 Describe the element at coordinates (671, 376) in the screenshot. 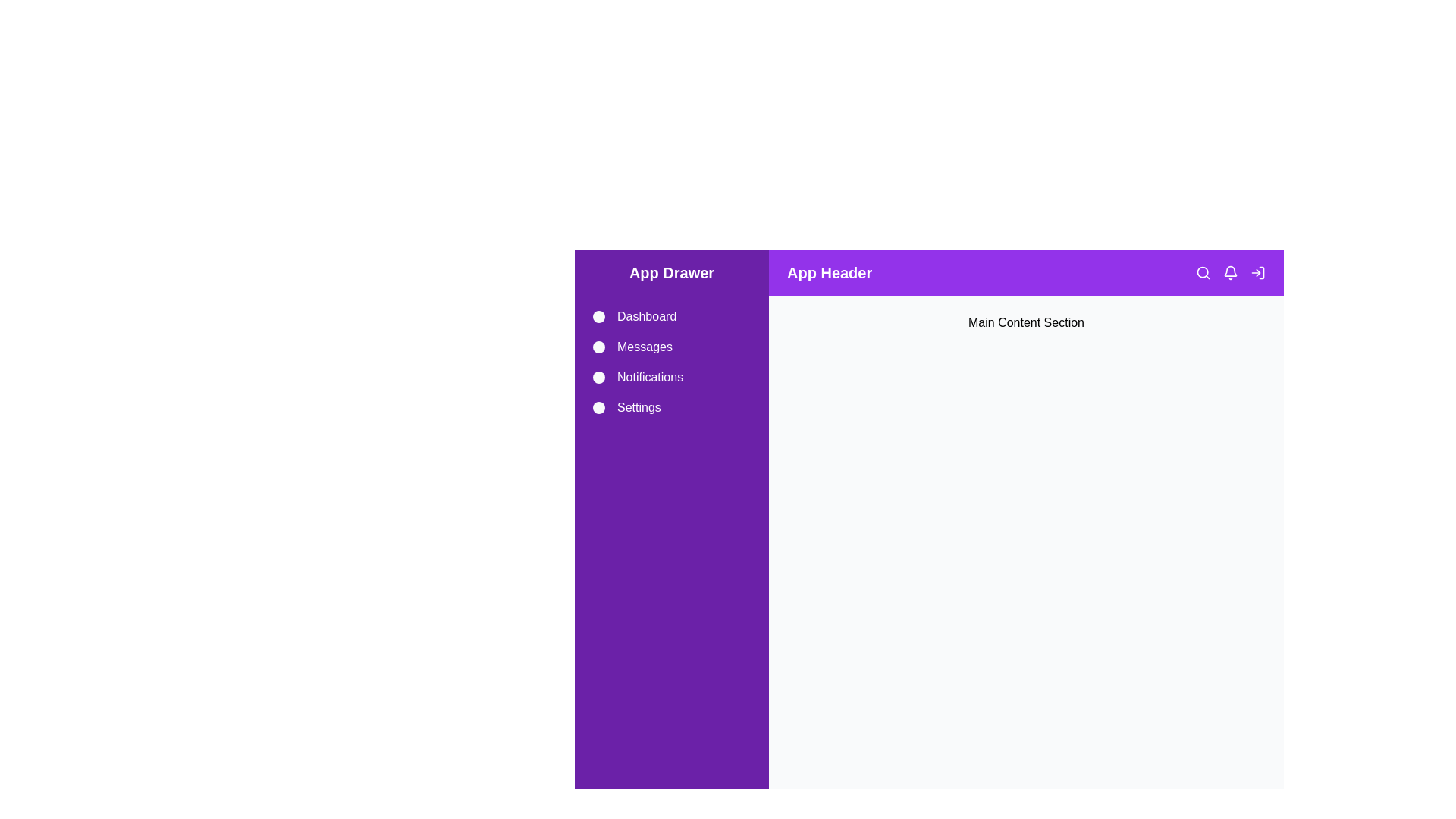

I see `the Notifications drawer item to navigate` at that location.